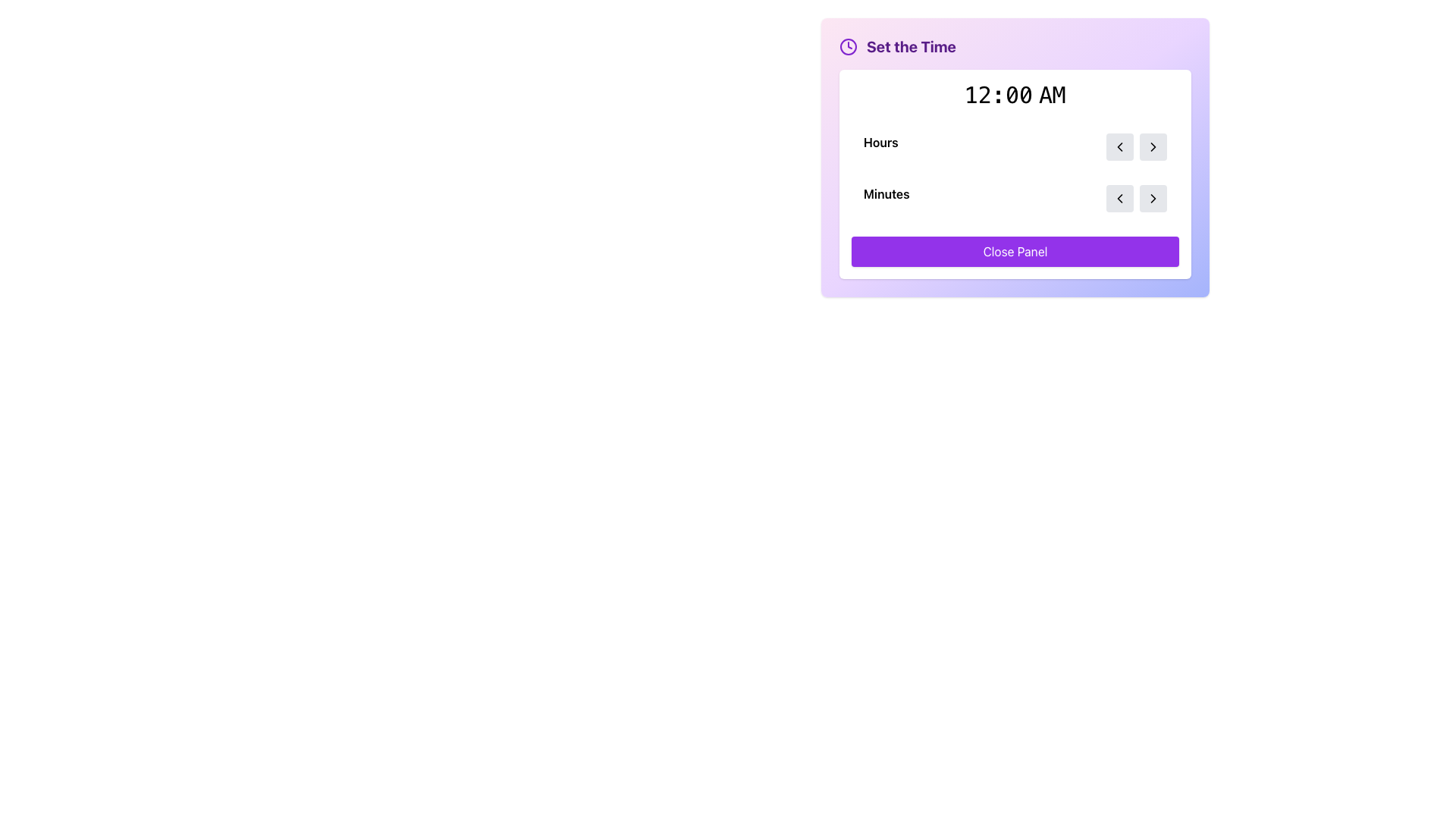 This screenshot has width=1456, height=819. What do you see at coordinates (847, 45) in the screenshot?
I see `the circular SVG element representing the clock face in the top-left corner of the 'Set the Time' panel` at bounding box center [847, 45].